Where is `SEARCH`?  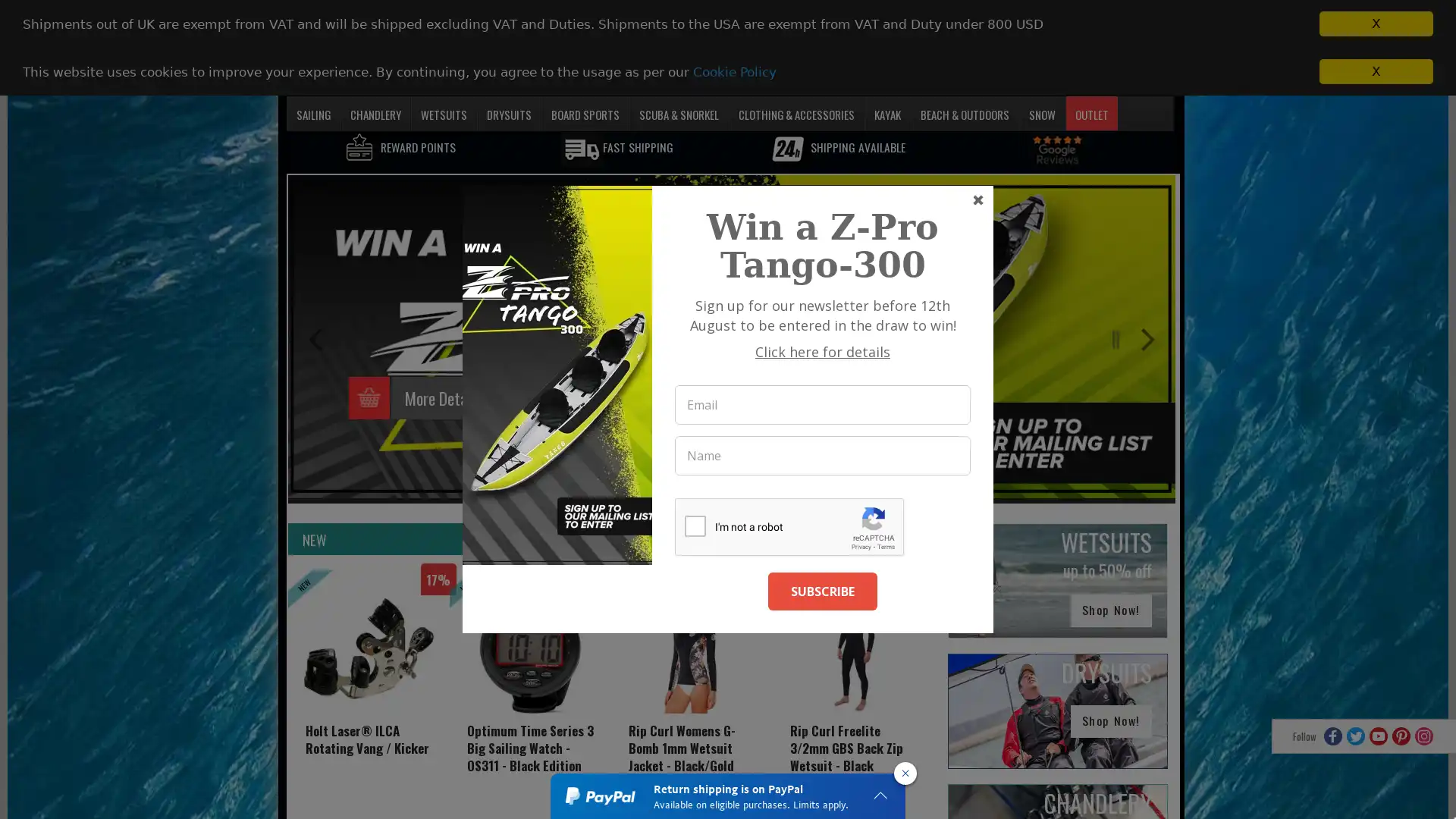 SEARCH is located at coordinates (1012, 77).